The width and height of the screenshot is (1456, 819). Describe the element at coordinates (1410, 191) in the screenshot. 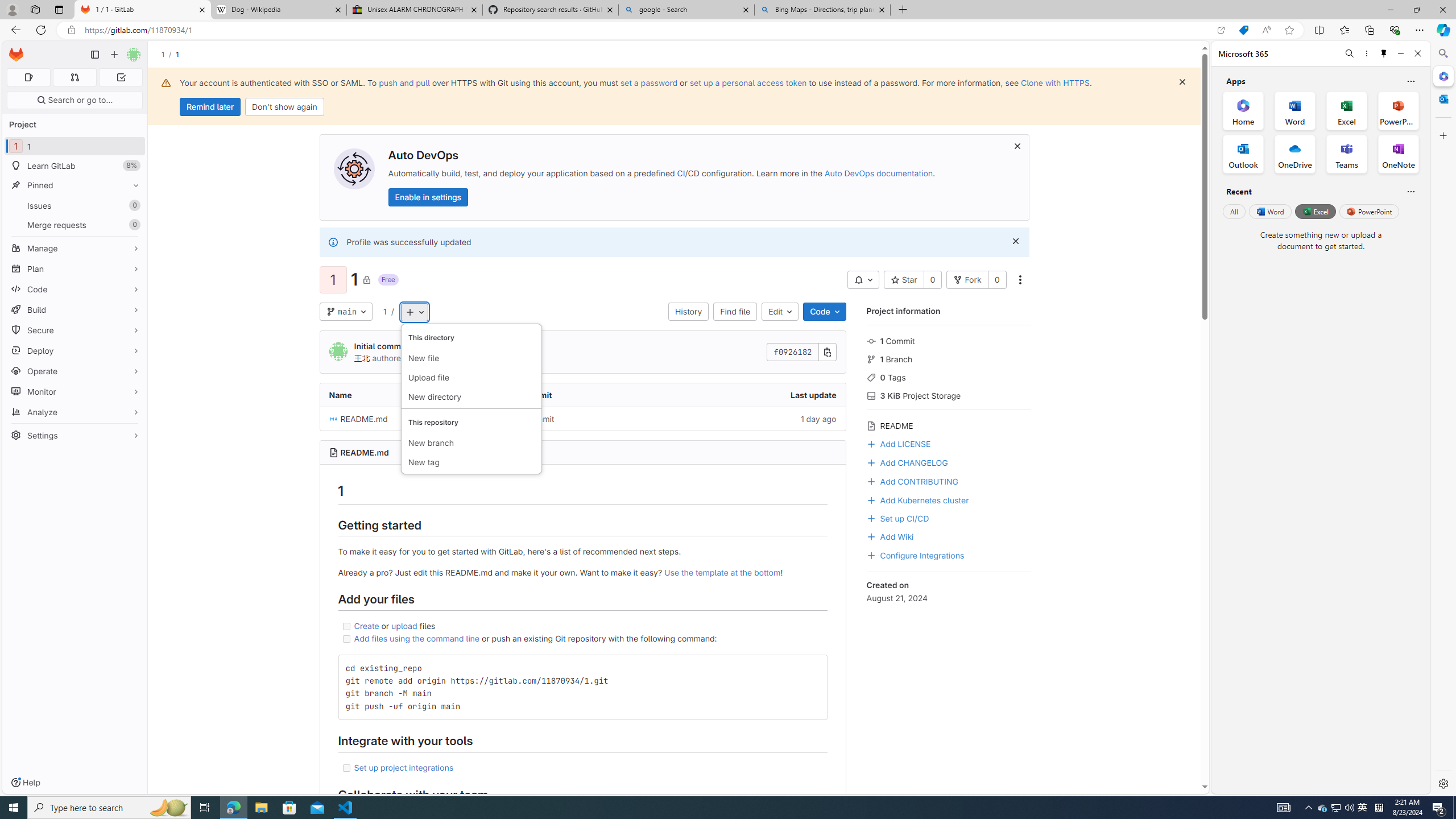

I see `'Is this helpful?'` at that location.